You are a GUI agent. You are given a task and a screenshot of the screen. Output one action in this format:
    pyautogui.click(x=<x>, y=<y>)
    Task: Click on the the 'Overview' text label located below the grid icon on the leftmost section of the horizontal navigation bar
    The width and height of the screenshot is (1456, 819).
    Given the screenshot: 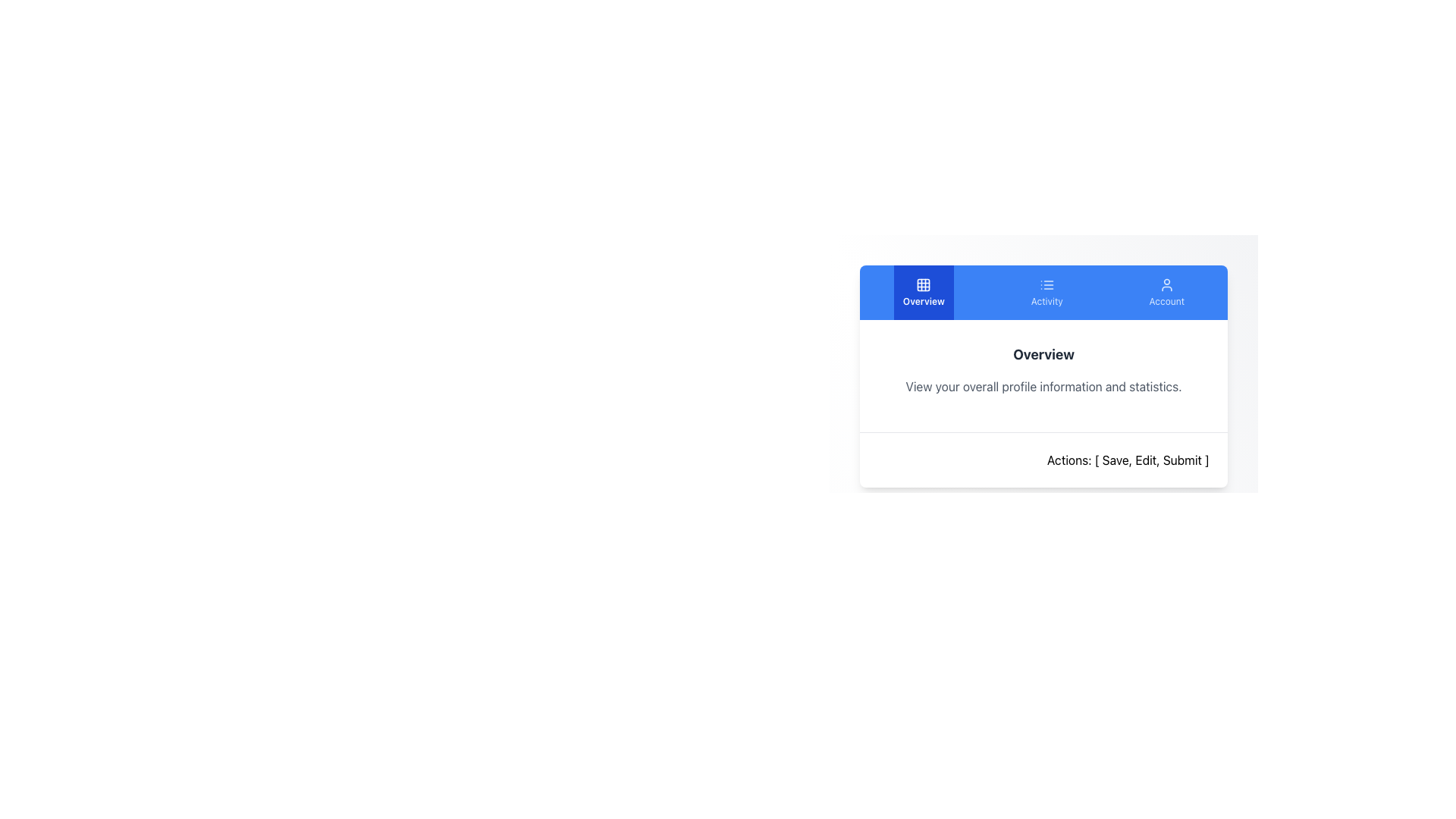 What is the action you would take?
    pyautogui.click(x=923, y=301)
    